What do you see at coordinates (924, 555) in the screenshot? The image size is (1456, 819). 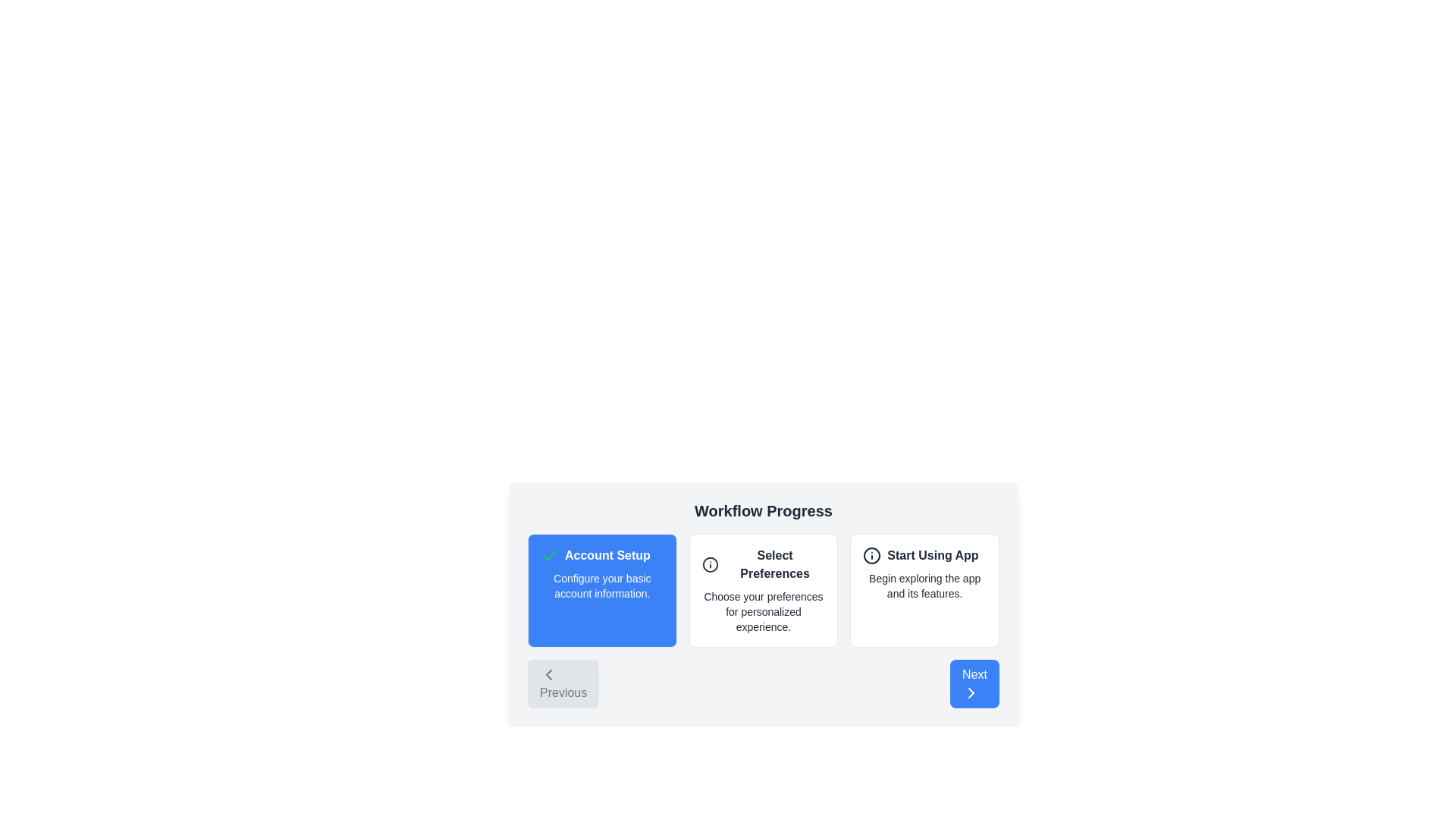 I see `text element 'Start Using App' located in the third card of the workflow progress section, which is styled in bold and positioned next to an information icon` at bounding box center [924, 555].